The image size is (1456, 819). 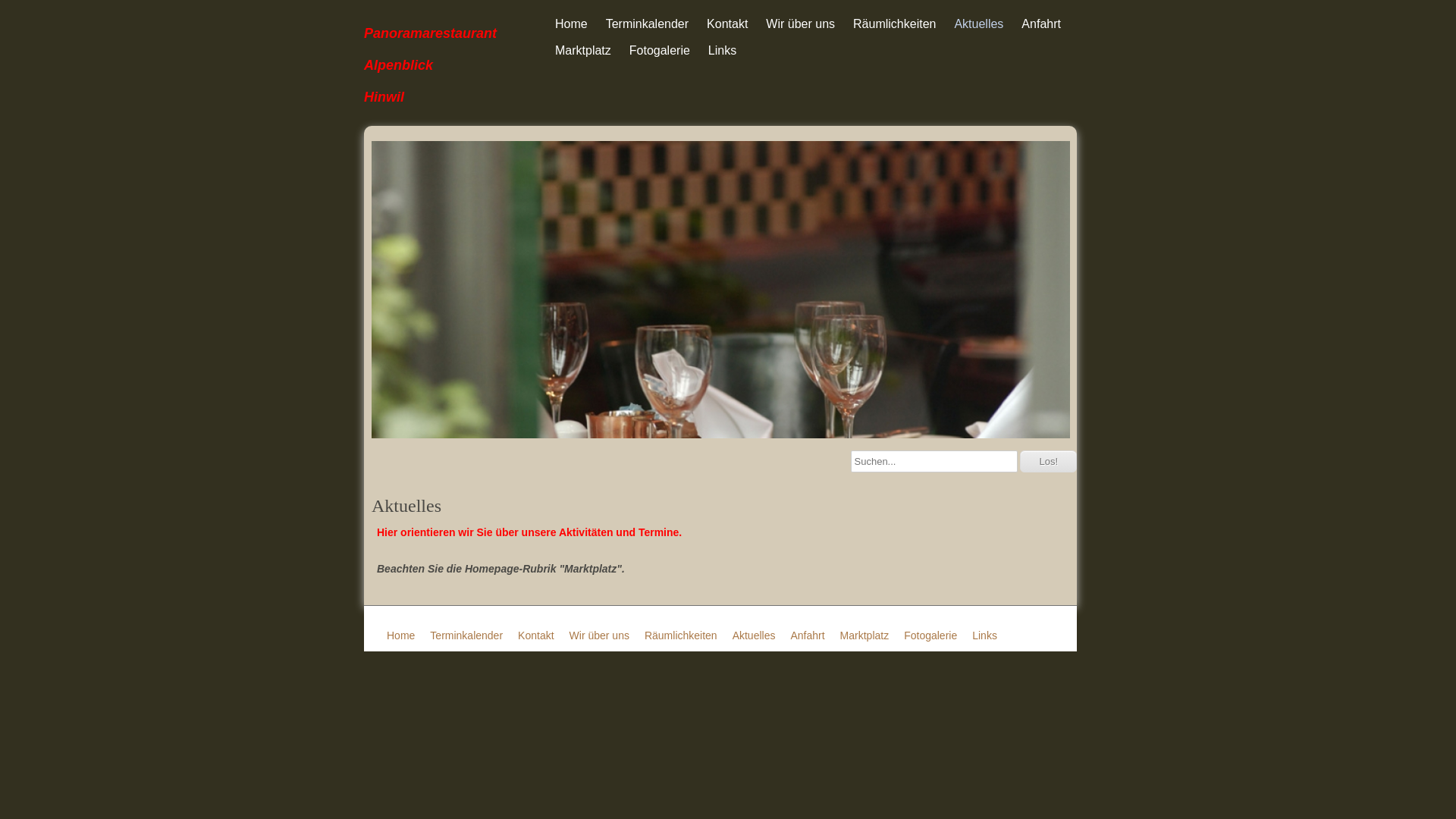 I want to click on 'Links', so click(x=700, y=49).